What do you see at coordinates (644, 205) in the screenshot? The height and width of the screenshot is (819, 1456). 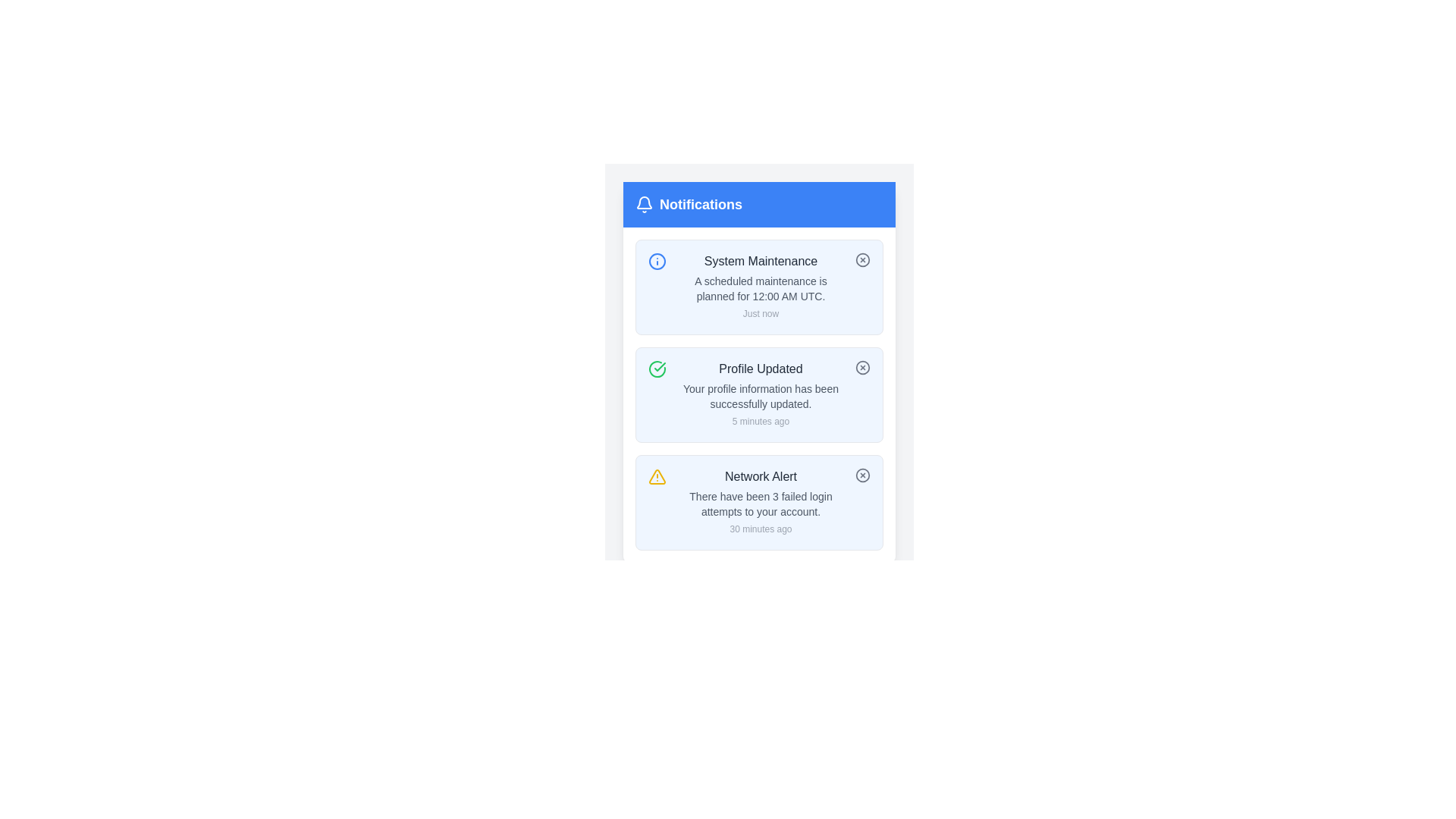 I see `the notification bell SVG icon, which is white on a blue background and located at the top-left corner of the notification banner` at bounding box center [644, 205].